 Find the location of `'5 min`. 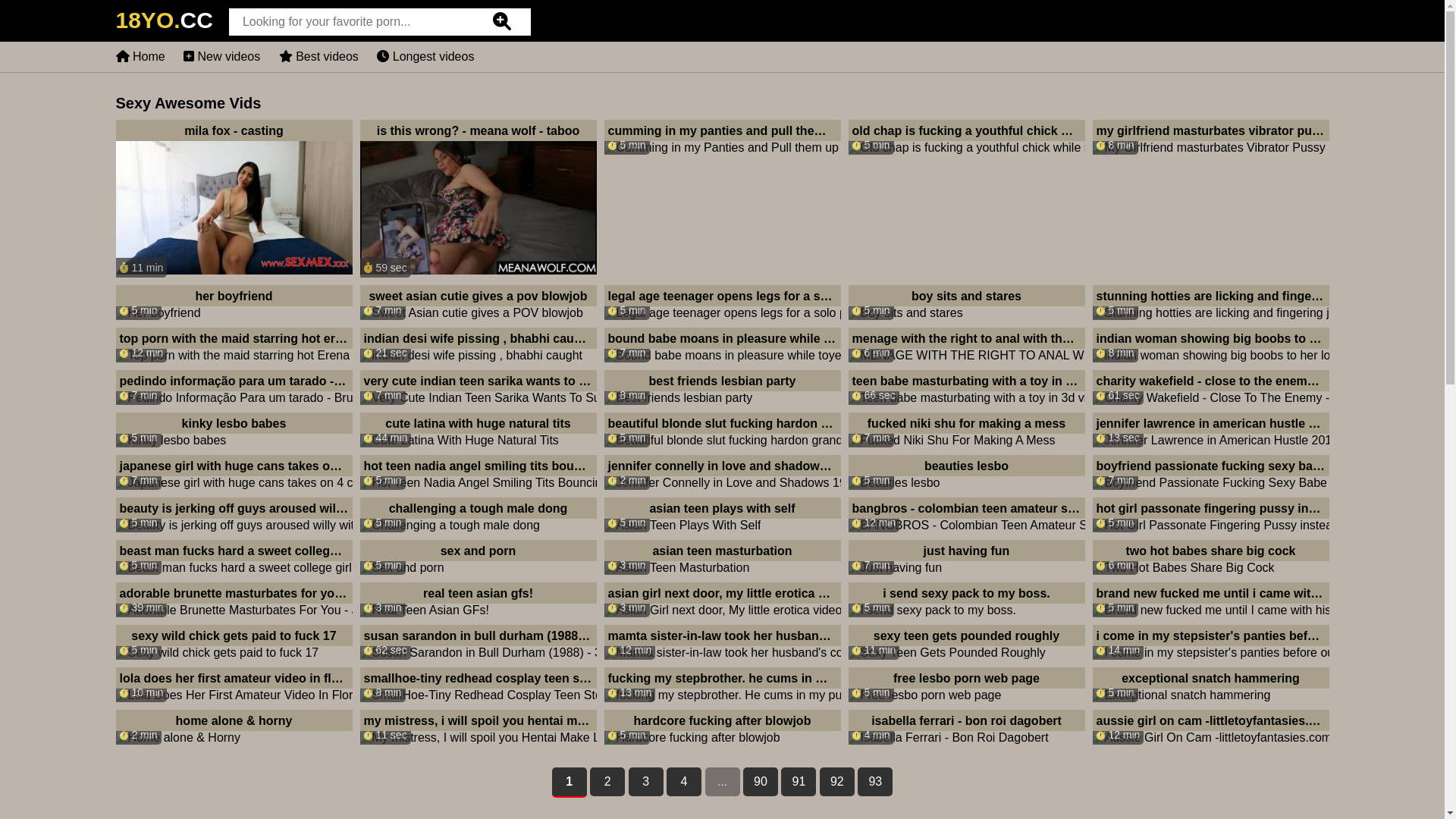

'5 min is located at coordinates (232, 430).